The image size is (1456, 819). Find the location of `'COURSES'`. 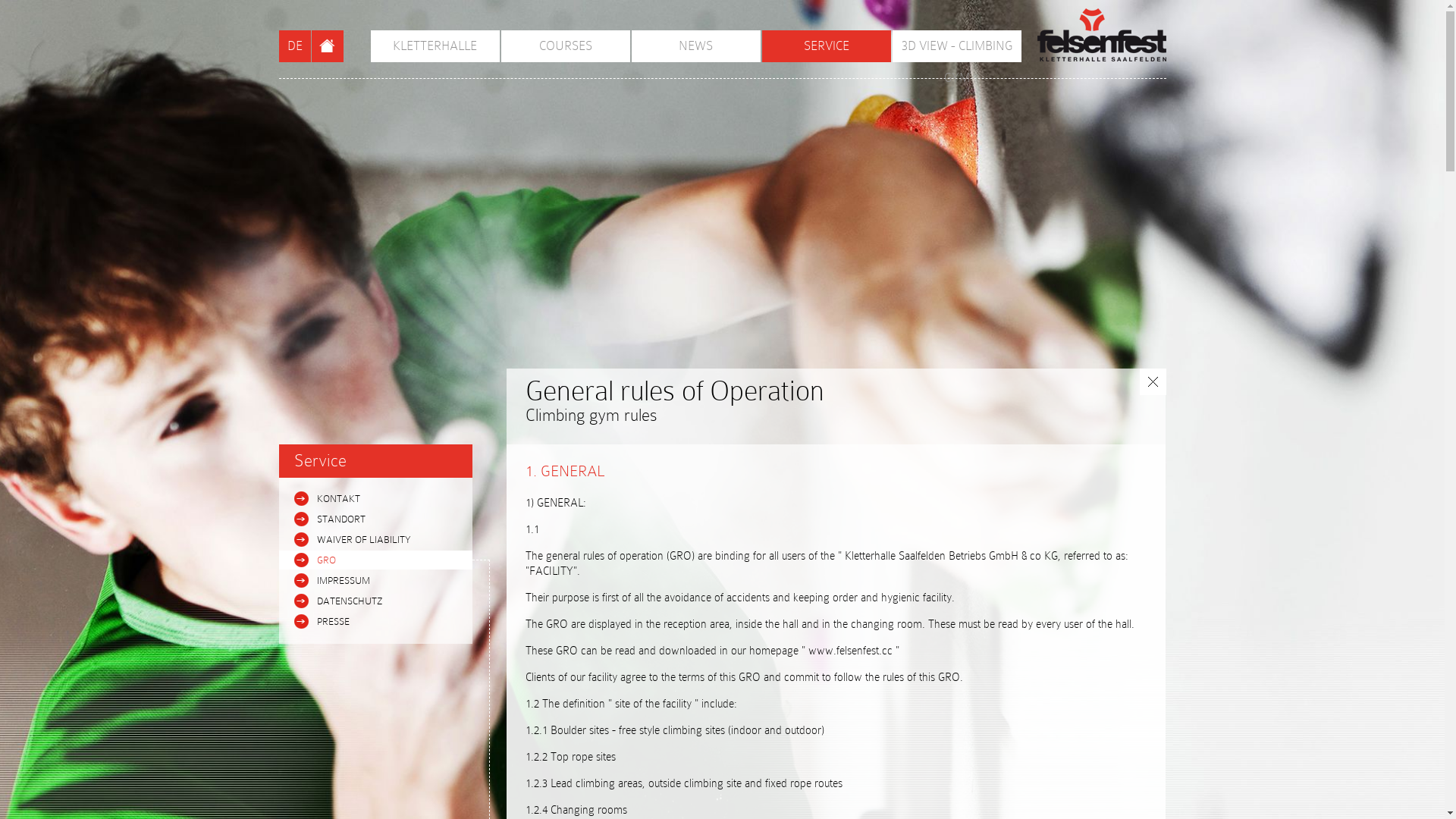

'COURSES' is located at coordinates (500, 45).